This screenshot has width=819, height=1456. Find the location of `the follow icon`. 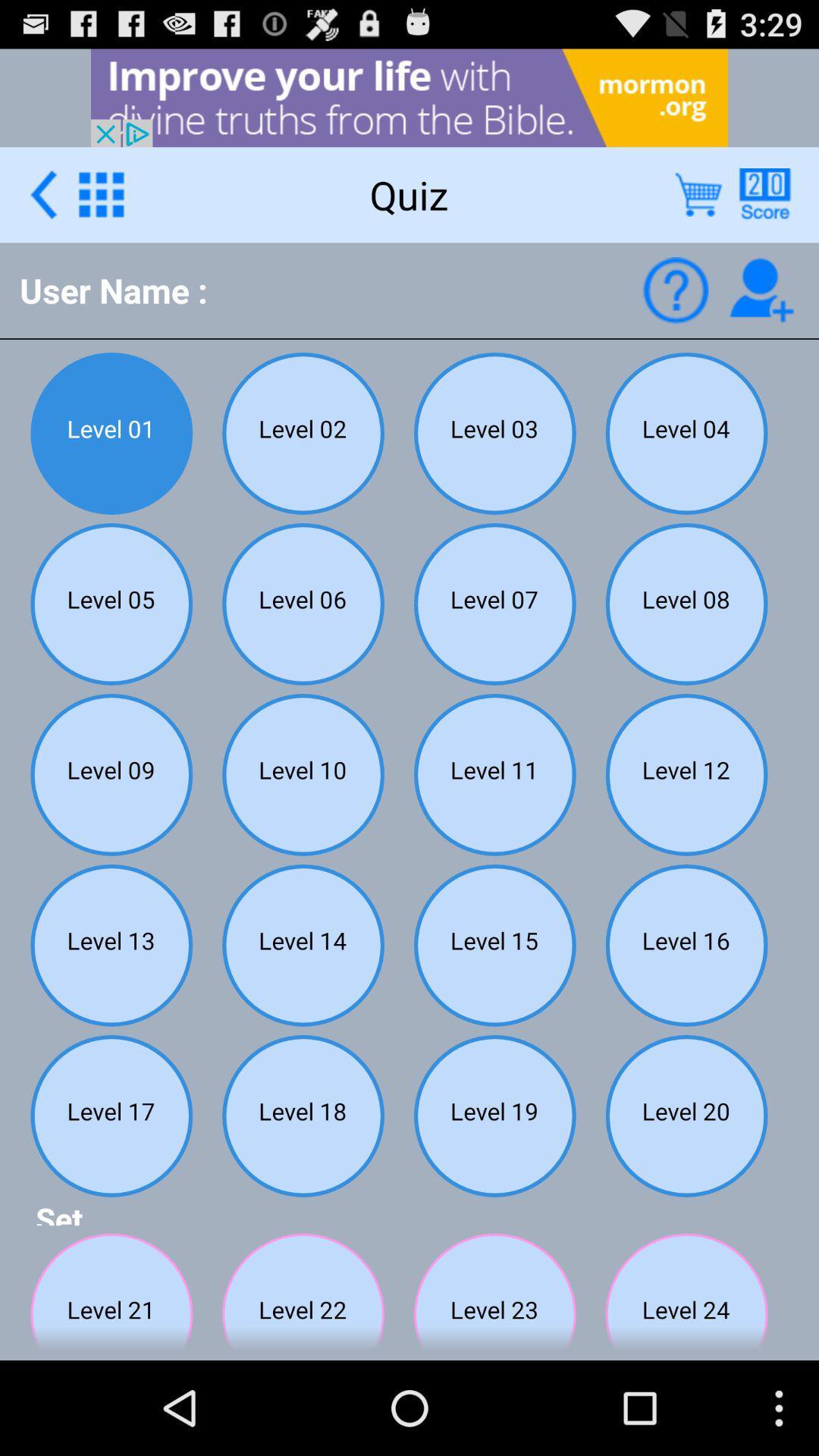

the follow icon is located at coordinates (761, 309).